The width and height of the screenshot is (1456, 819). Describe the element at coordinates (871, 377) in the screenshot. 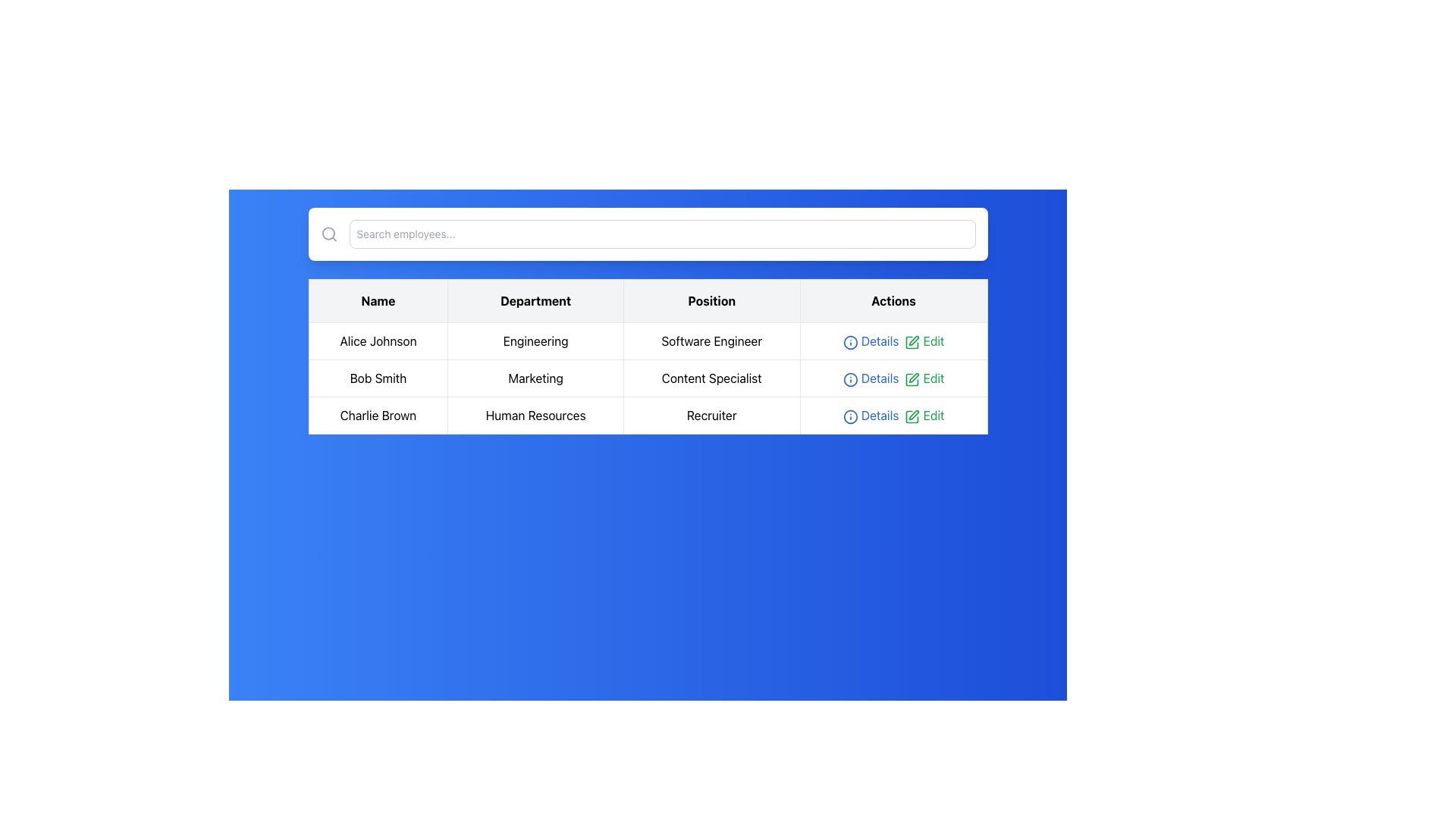

I see `the first hyperlink in the 'Actions' column of the second row` at that location.